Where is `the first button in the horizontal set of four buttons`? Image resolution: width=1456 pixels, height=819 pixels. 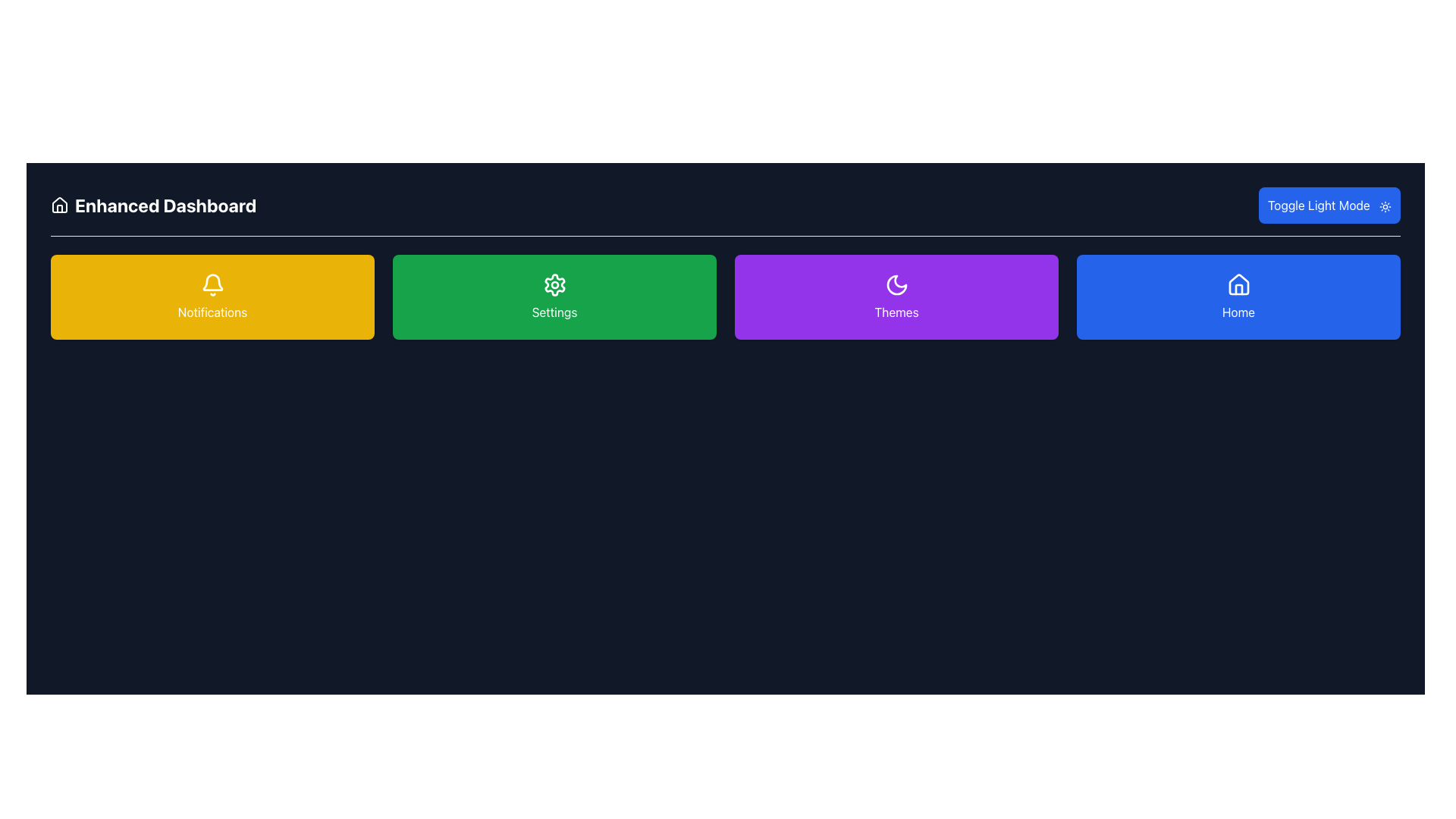 the first button in the horizontal set of four buttons is located at coordinates (212, 297).